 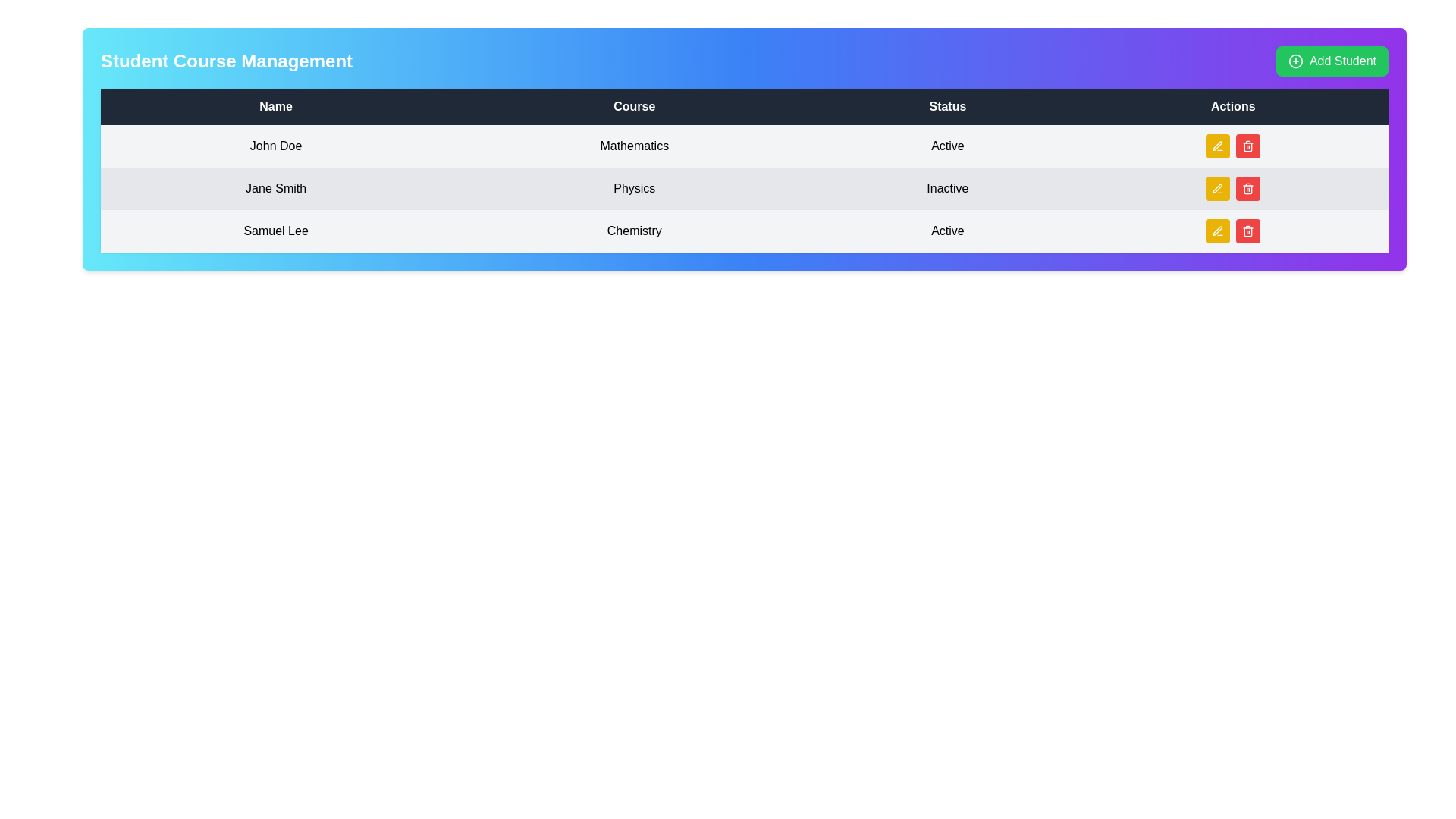 I want to click on the edit button in the 'Actions' column of the last row for 'Samuel Lee', so click(x=1218, y=231).